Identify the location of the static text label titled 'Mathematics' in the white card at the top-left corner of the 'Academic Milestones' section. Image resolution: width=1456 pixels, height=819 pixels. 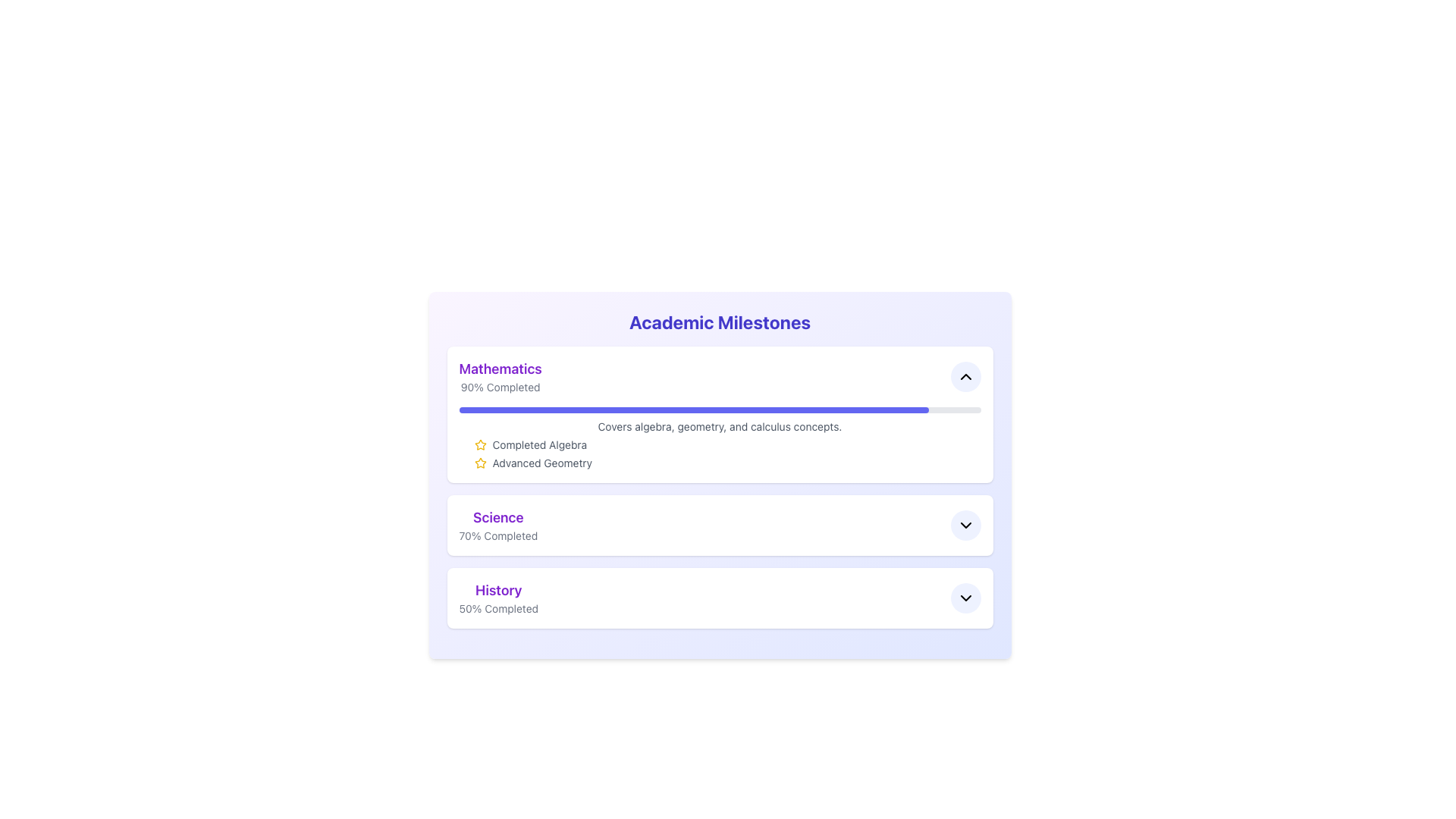
(500, 369).